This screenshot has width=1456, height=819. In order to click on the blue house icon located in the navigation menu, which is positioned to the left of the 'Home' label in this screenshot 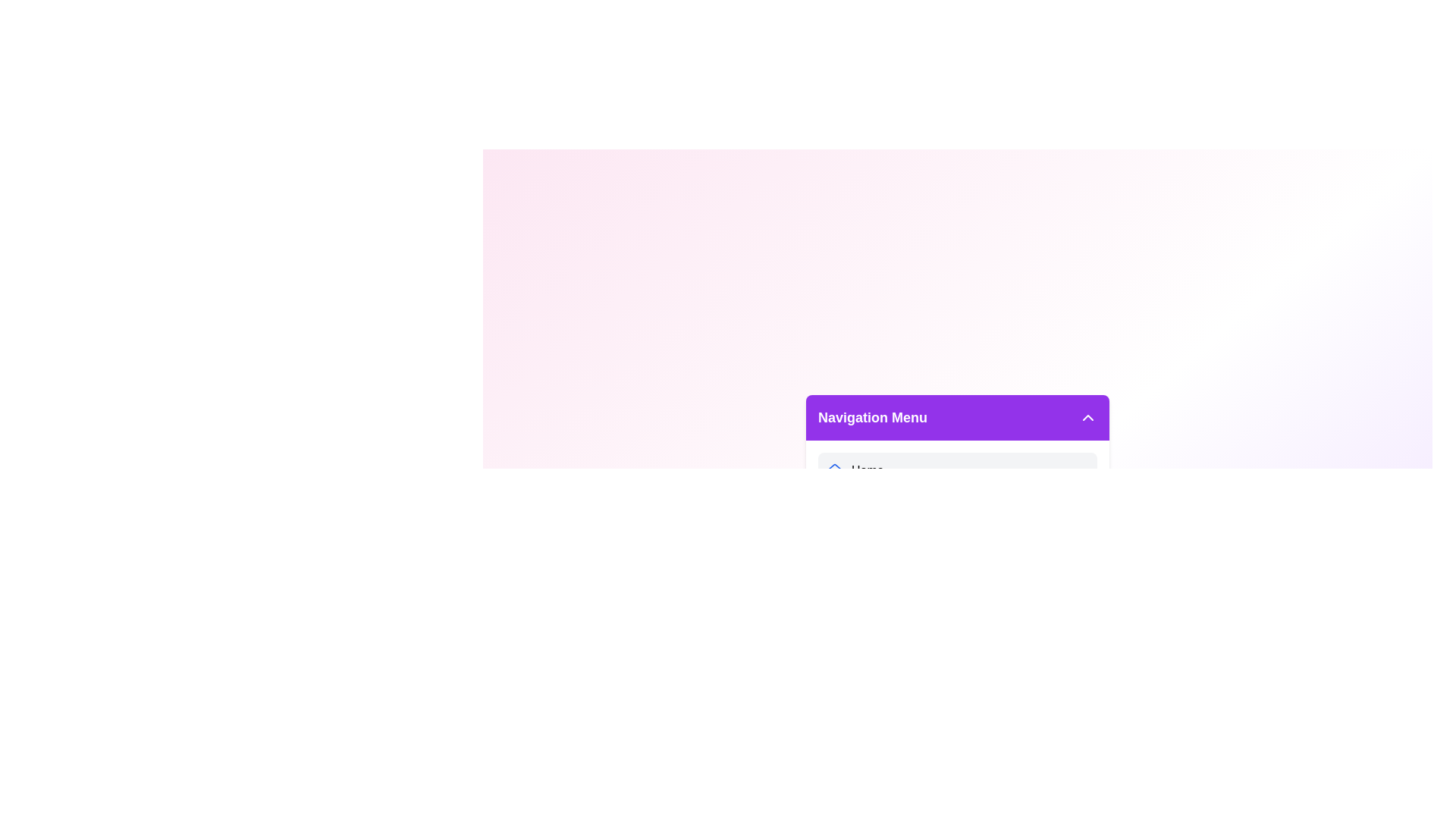, I will do `click(833, 469)`.